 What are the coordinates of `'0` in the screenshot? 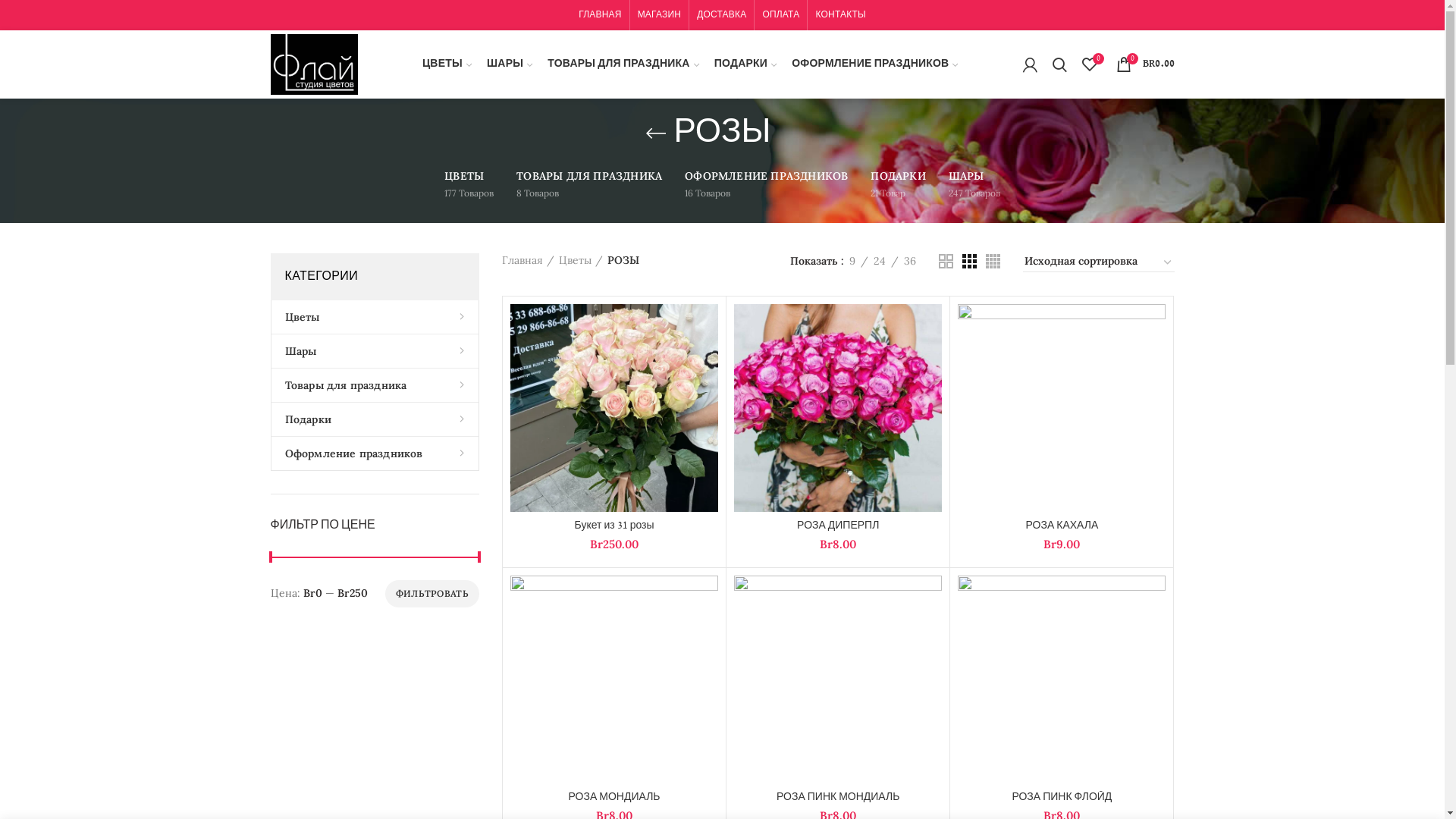 It's located at (1145, 63).